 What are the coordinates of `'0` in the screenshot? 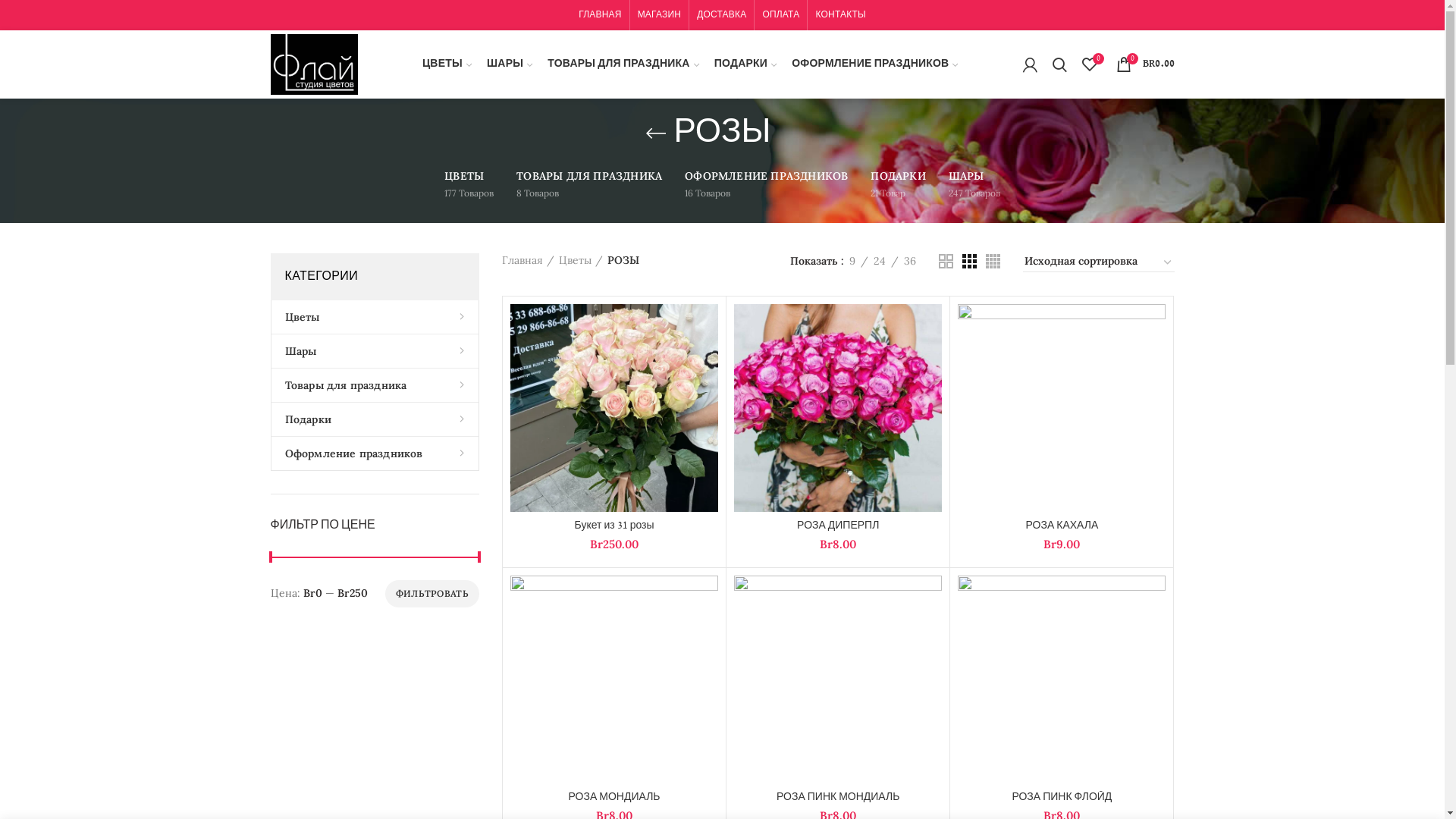 It's located at (1145, 63).